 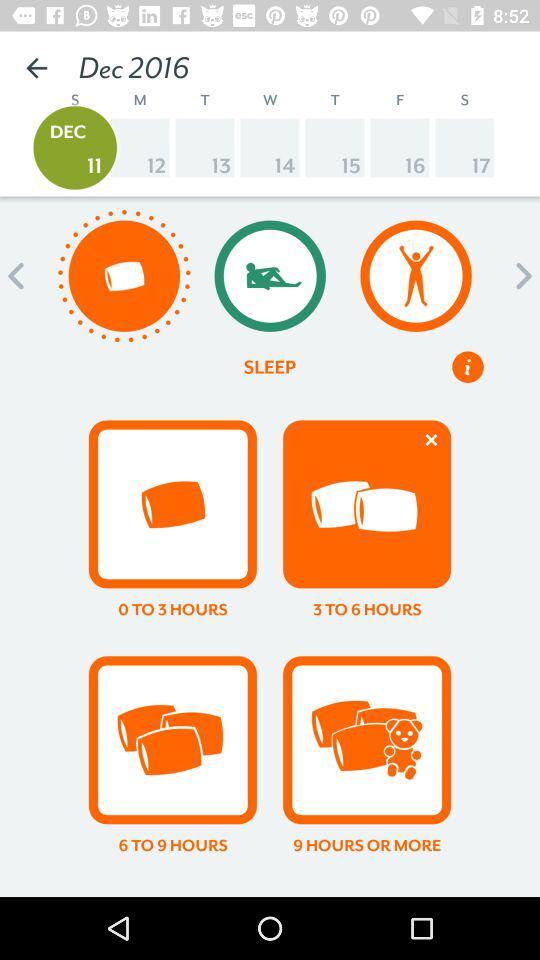 What do you see at coordinates (270, 859) in the screenshot?
I see `the star icon` at bounding box center [270, 859].